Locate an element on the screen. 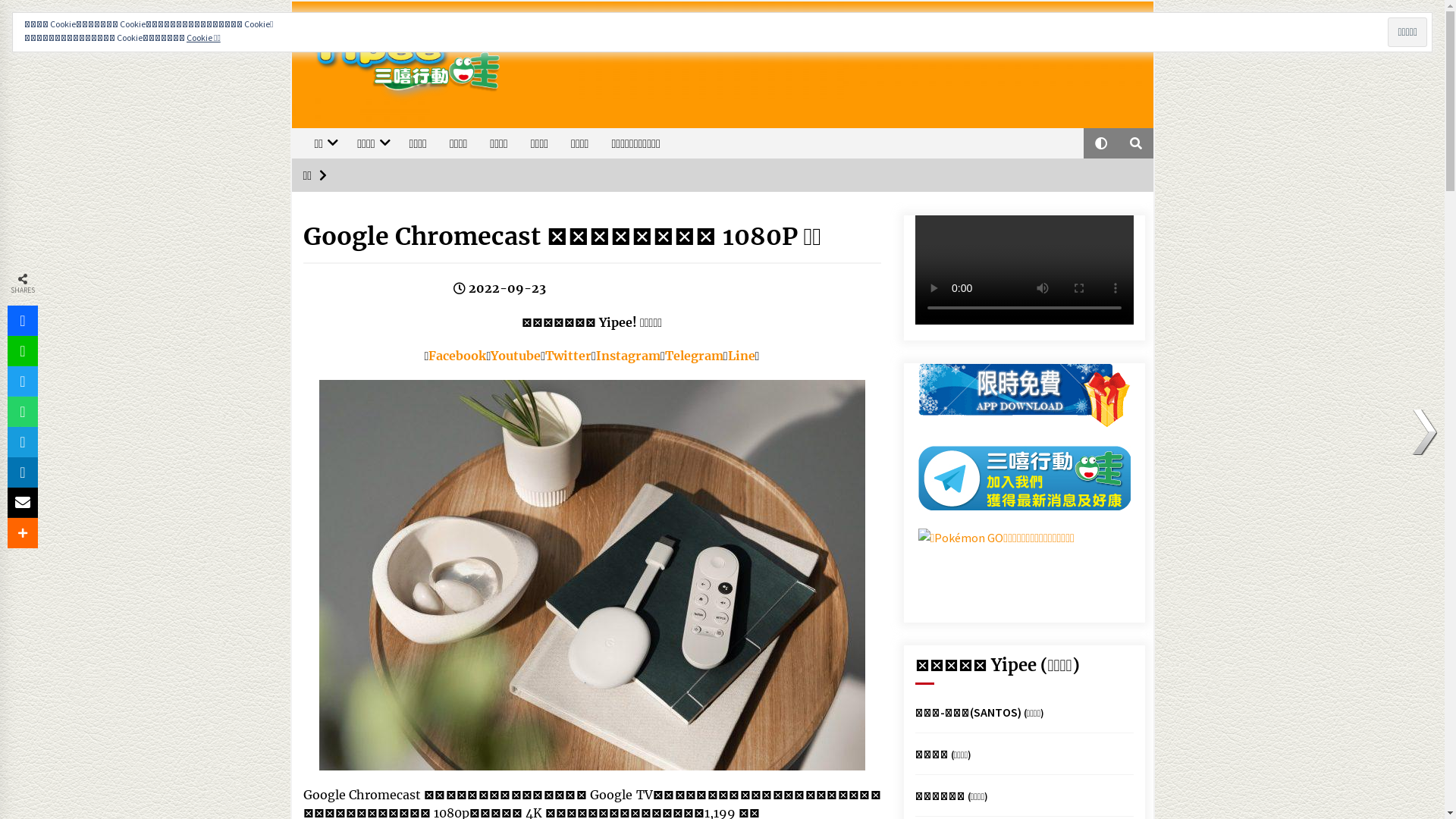 Image resolution: width=1456 pixels, height=819 pixels. 'Email this ' is located at coordinates (22, 503).